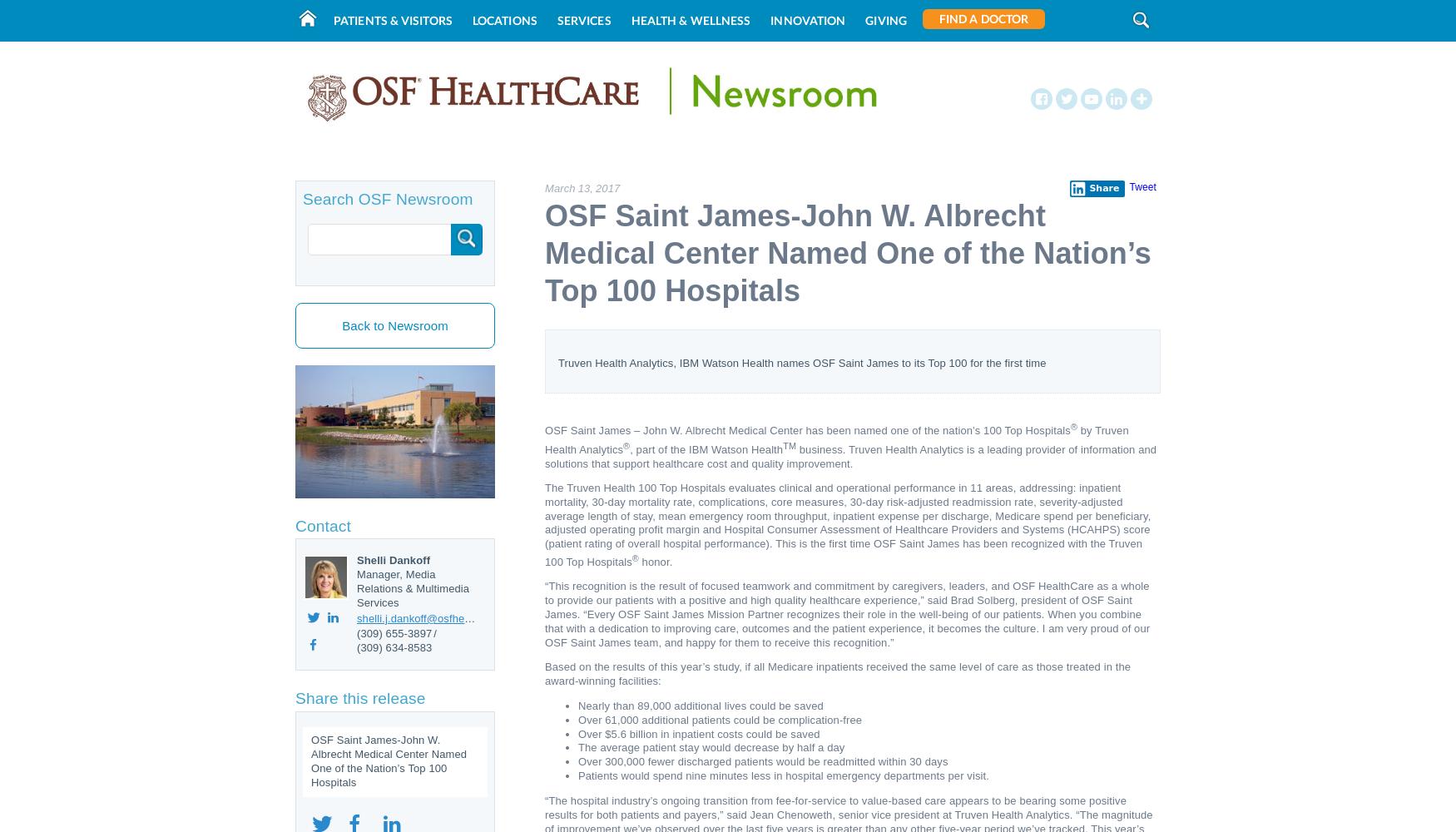 The image size is (1456, 832). Describe the element at coordinates (762, 761) in the screenshot. I see `'Over 300,000 fewer discharged patients would be readmitted within 30 days'` at that location.